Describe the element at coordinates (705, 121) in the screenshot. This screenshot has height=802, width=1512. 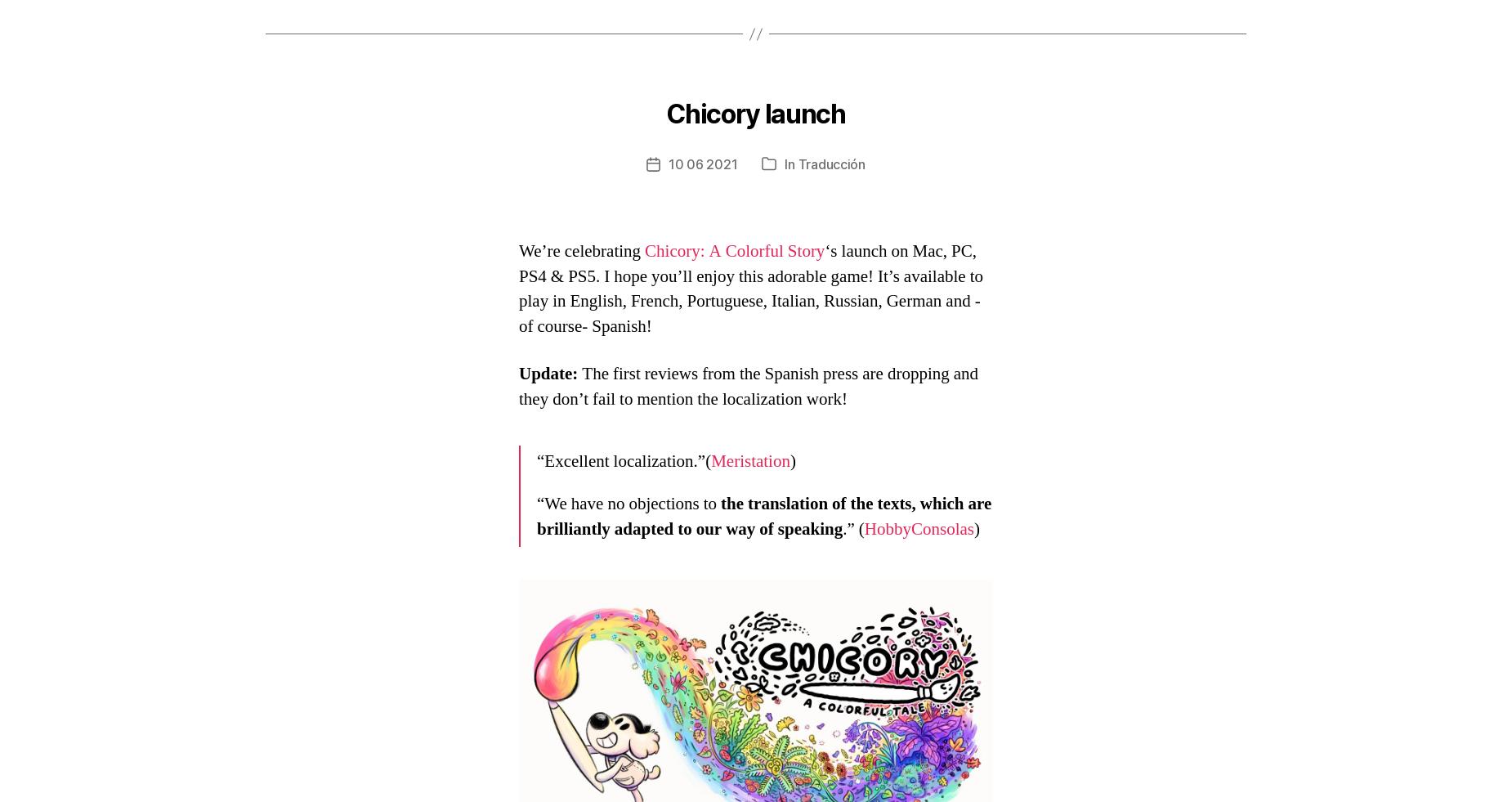
I see `'2'` at that location.